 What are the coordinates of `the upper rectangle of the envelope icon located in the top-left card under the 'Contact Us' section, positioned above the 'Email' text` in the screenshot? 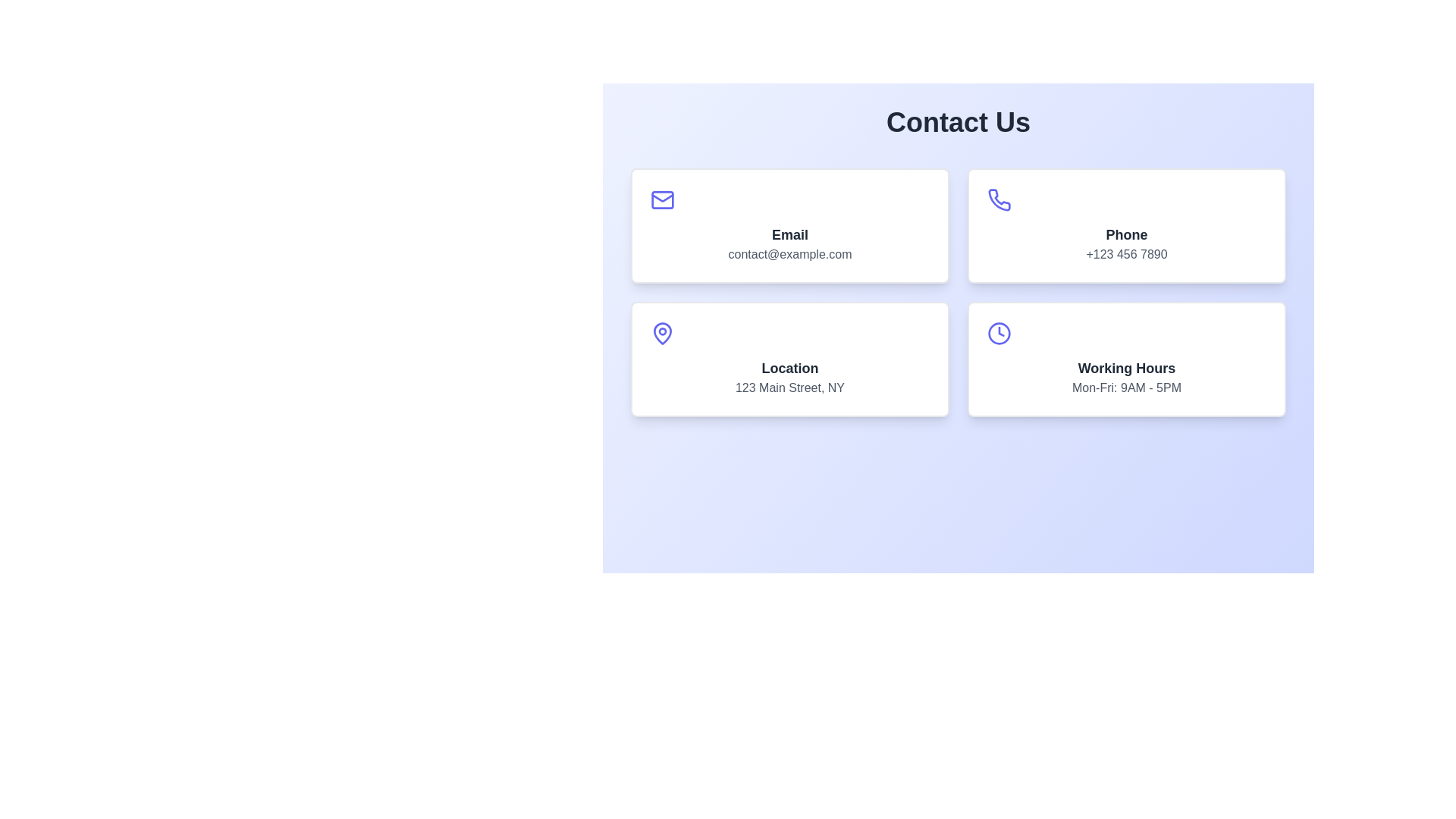 It's located at (662, 198).